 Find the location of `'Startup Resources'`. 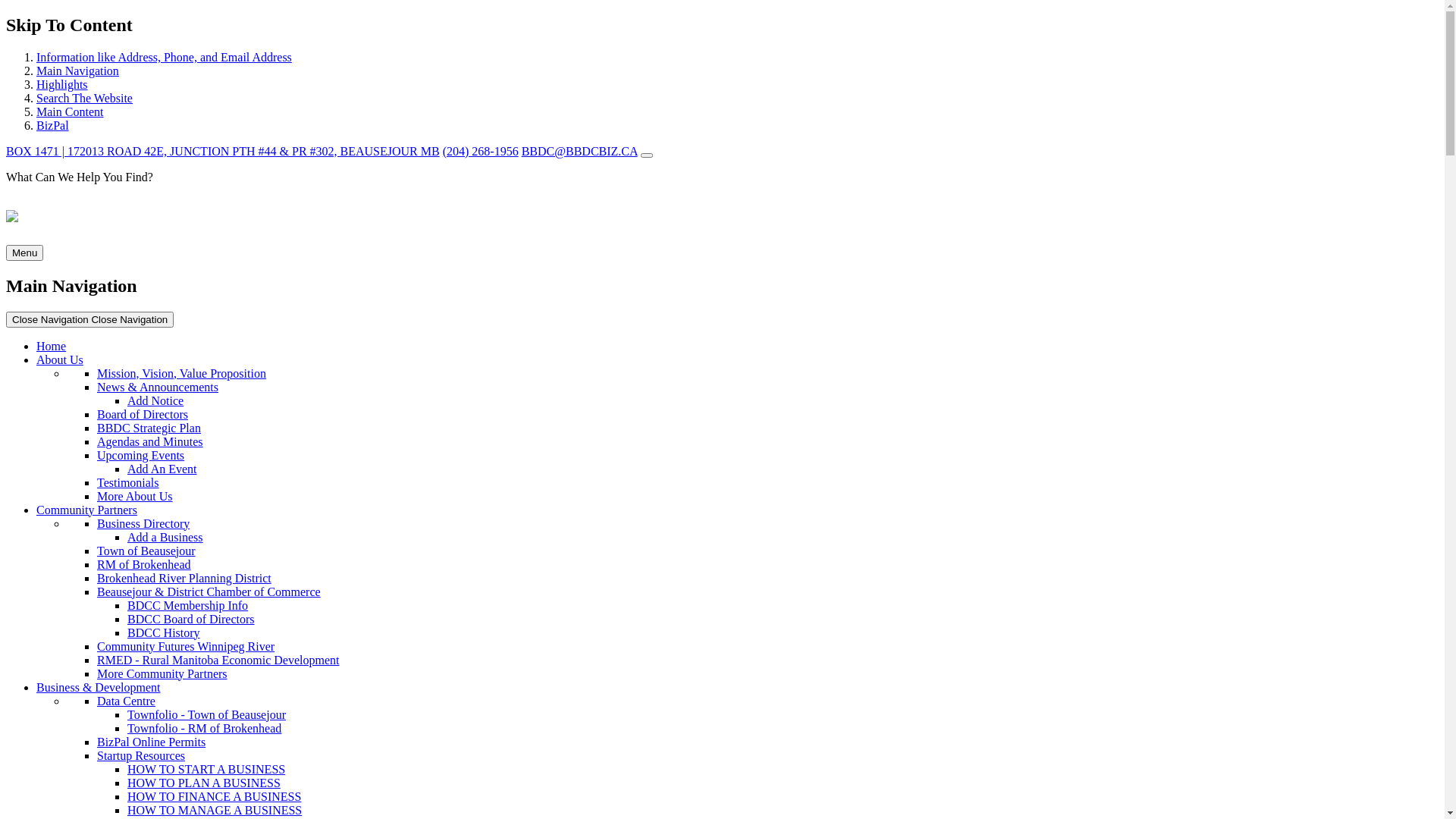

'Startup Resources' is located at coordinates (141, 755).